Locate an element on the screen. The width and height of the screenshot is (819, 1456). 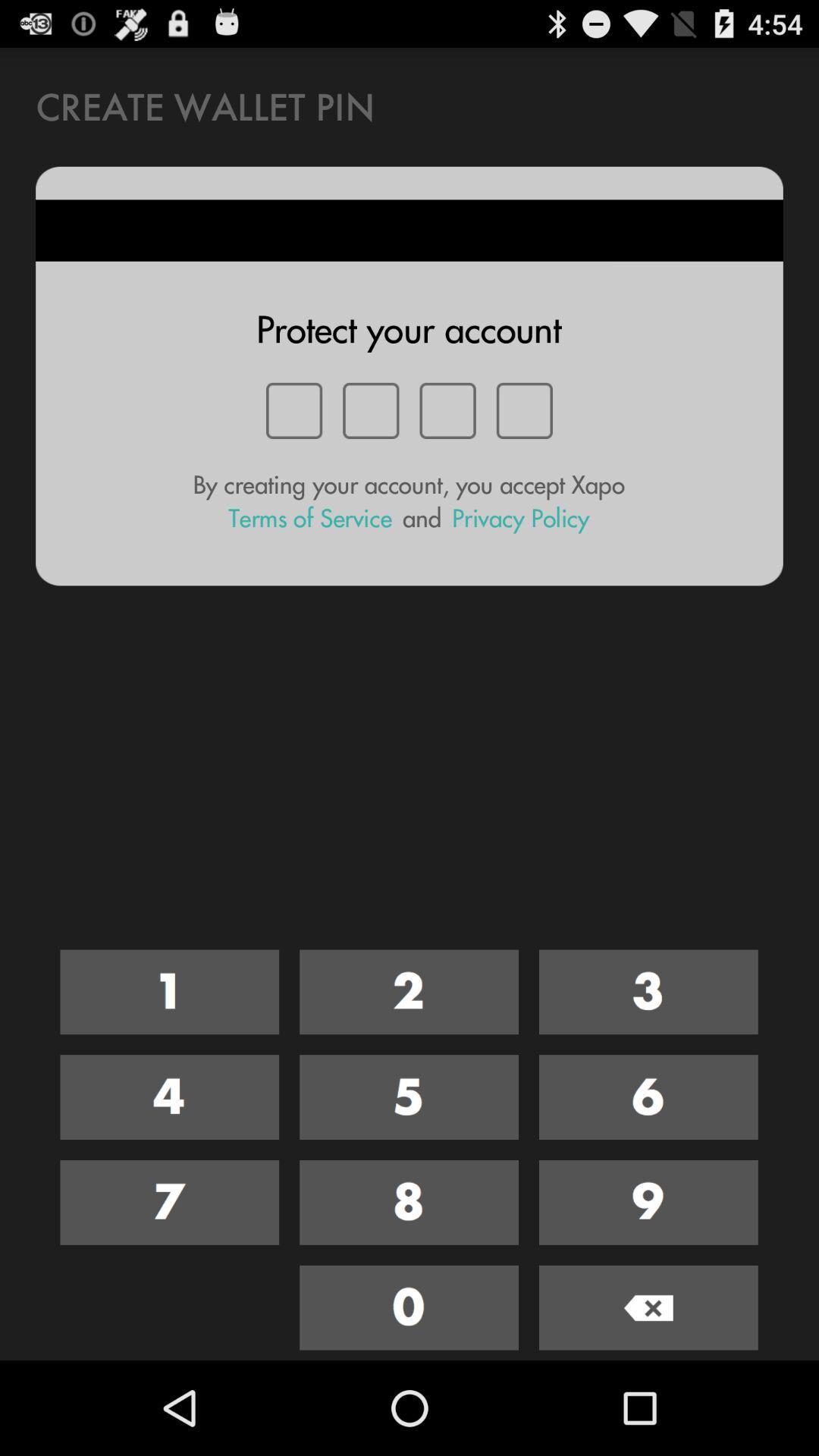
eight is located at coordinates (408, 1201).